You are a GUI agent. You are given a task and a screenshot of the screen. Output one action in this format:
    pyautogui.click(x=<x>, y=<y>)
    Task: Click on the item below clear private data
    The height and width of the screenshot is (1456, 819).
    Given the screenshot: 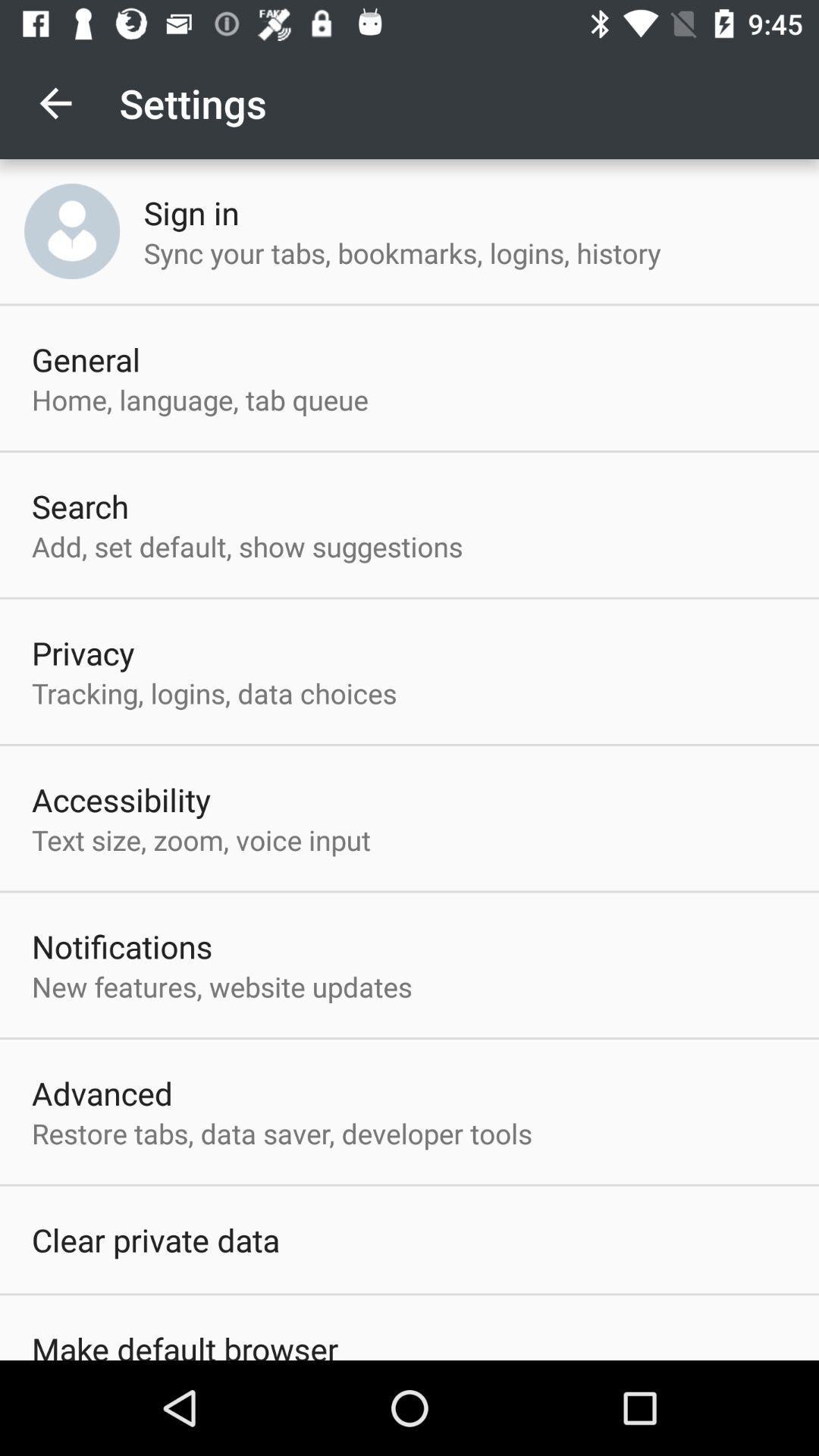 What is the action you would take?
    pyautogui.click(x=184, y=1344)
    